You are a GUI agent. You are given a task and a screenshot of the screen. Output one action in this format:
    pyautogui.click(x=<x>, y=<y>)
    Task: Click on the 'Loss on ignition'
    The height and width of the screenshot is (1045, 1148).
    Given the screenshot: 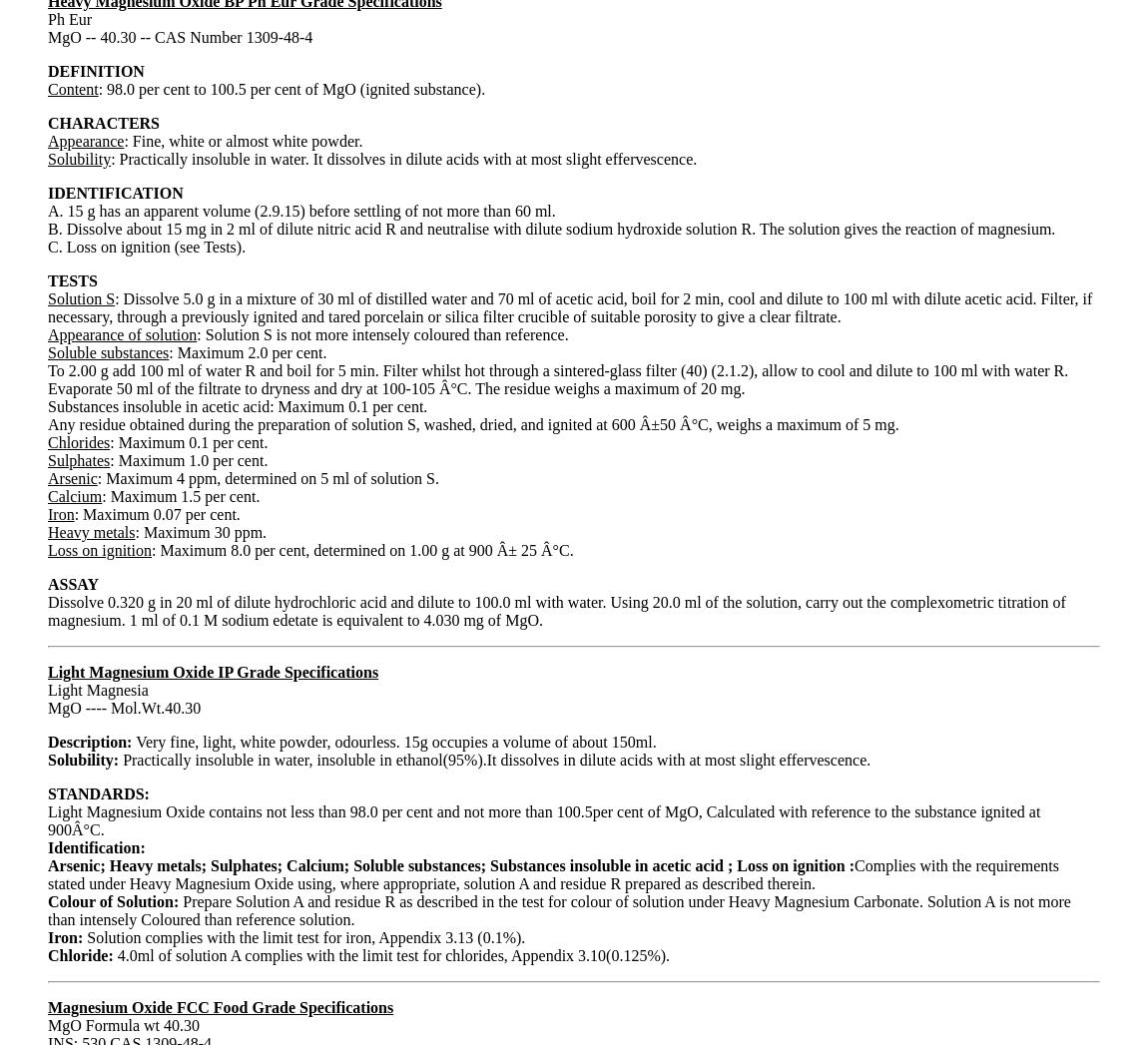 What is the action you would take?
    pyautogui.click(x=99, y=549)
    